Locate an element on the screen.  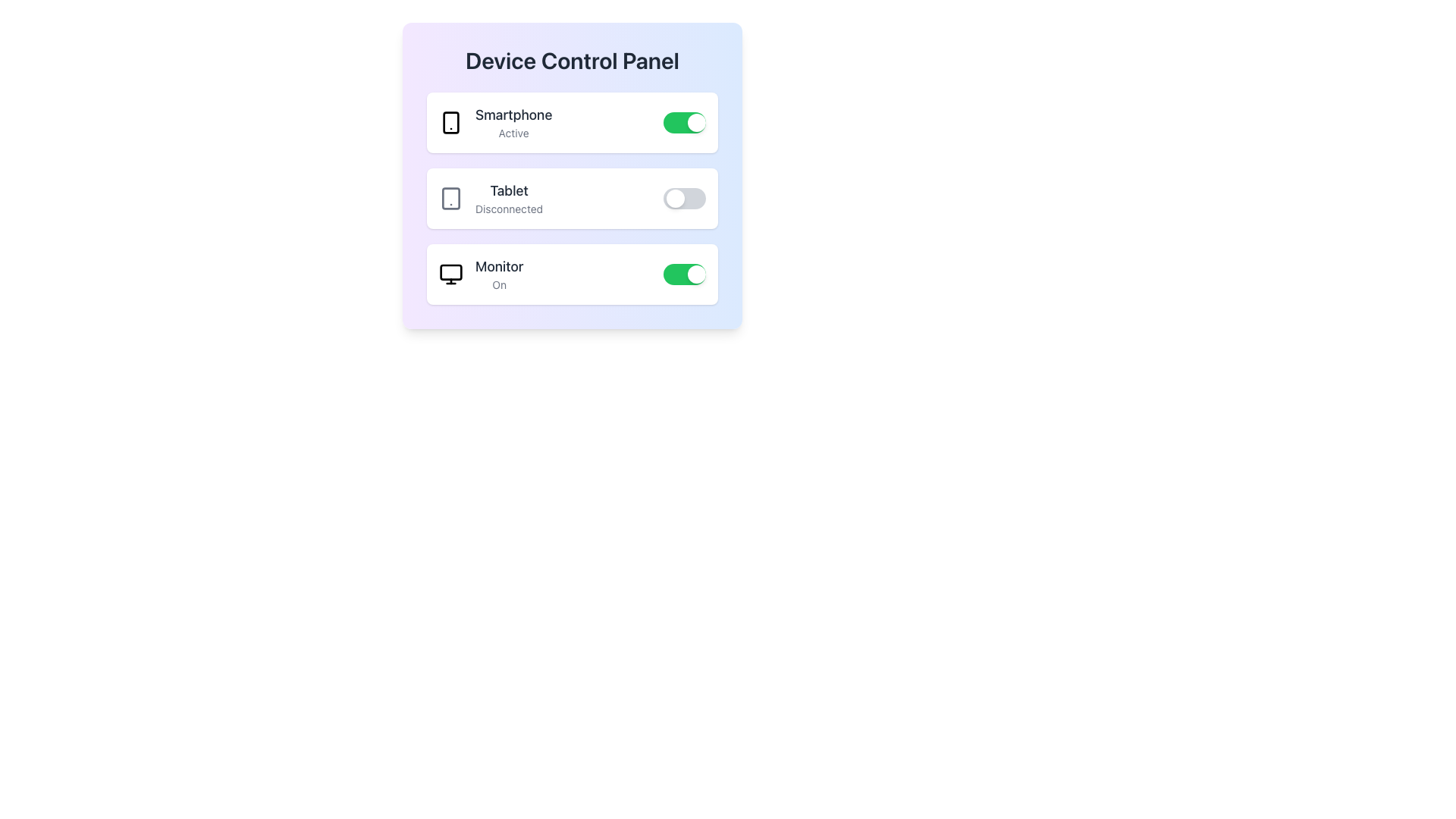
the interactive knob located at the far right of the green toggle switch within the 'Monitor' control row is located at coordinates (695, 275).